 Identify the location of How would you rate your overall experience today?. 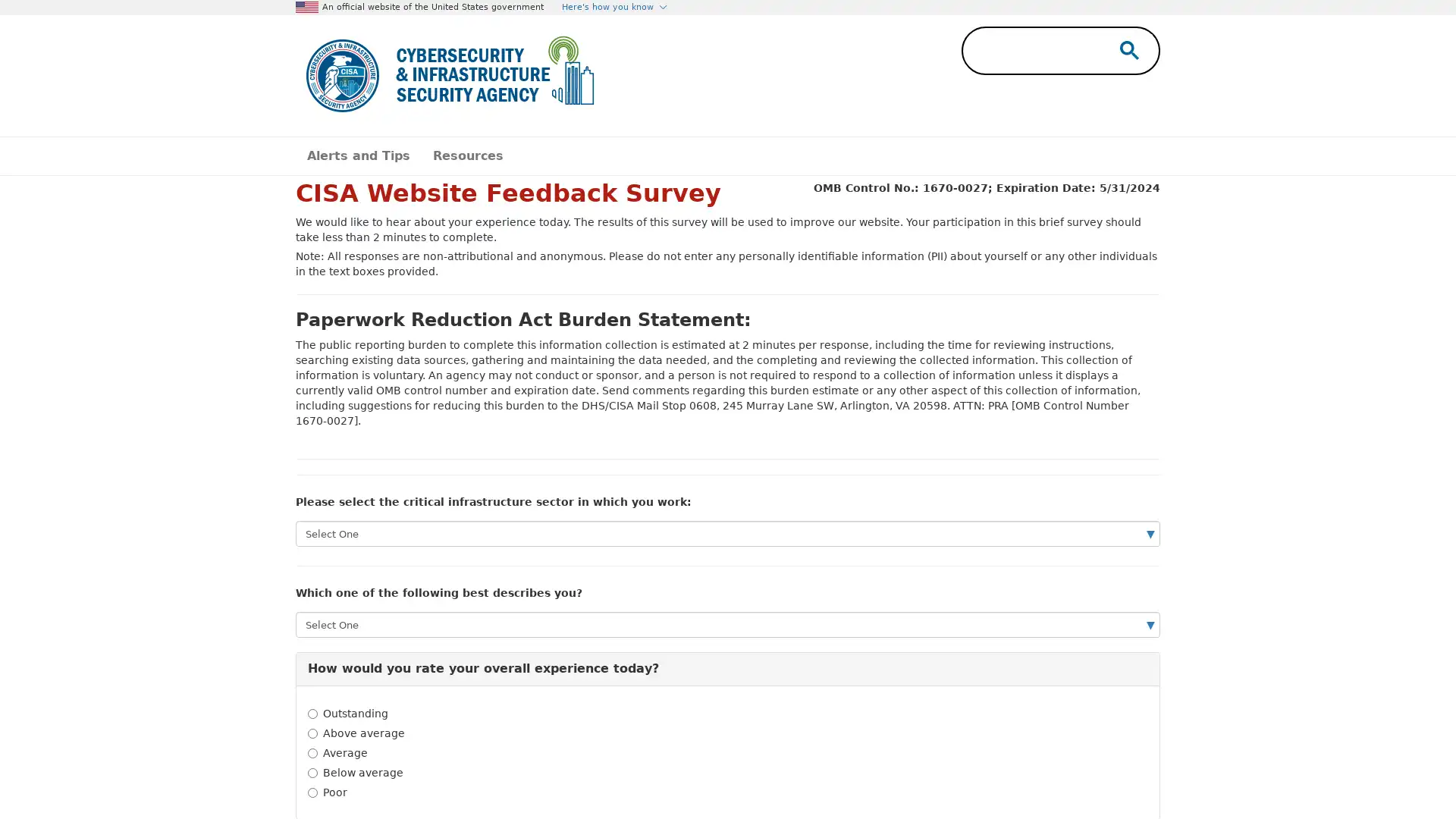
(728, 668).